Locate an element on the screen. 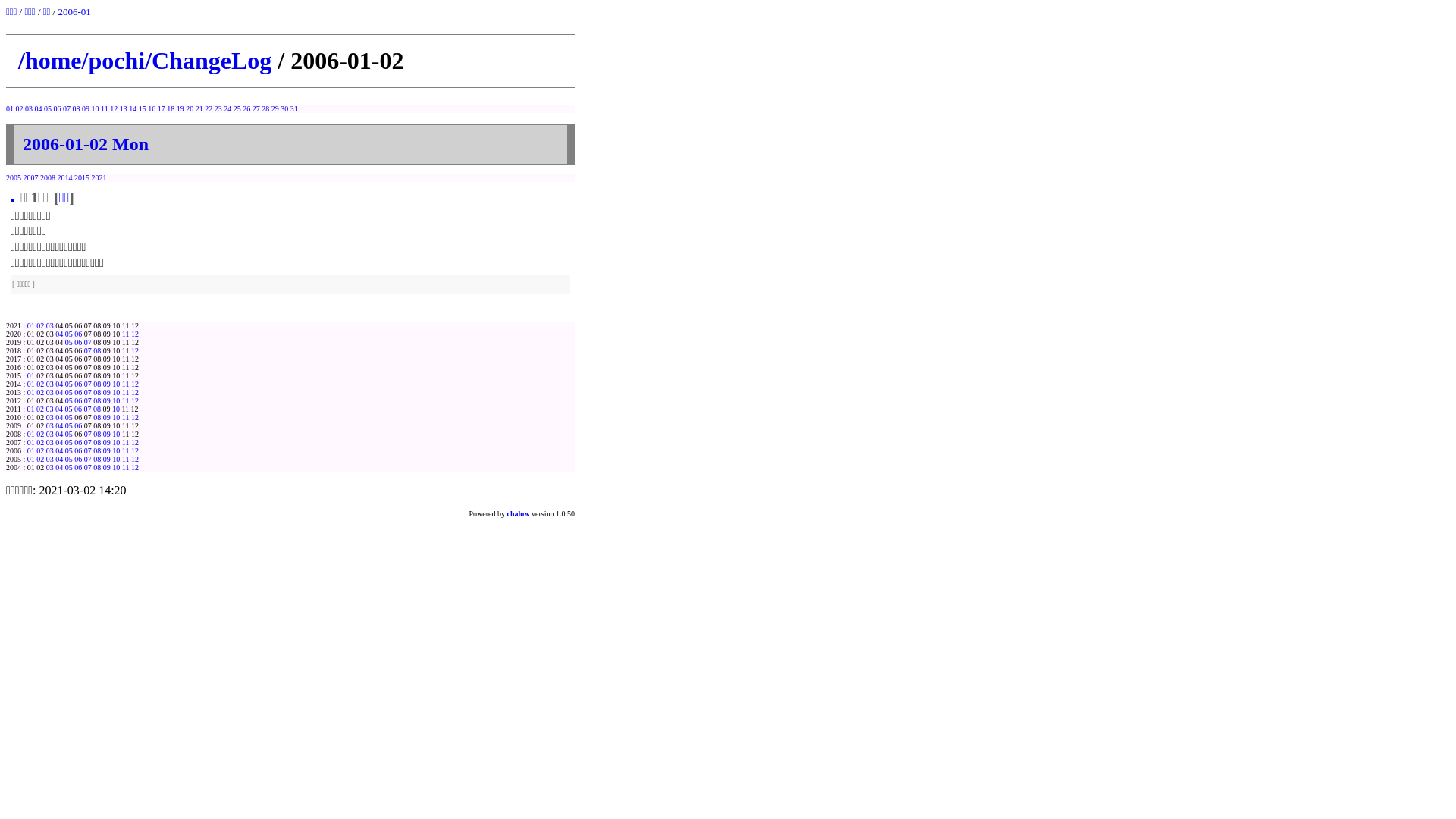 The width and height of the screenshot is (1456, 819). '08' is located at coordinates (96, 466).